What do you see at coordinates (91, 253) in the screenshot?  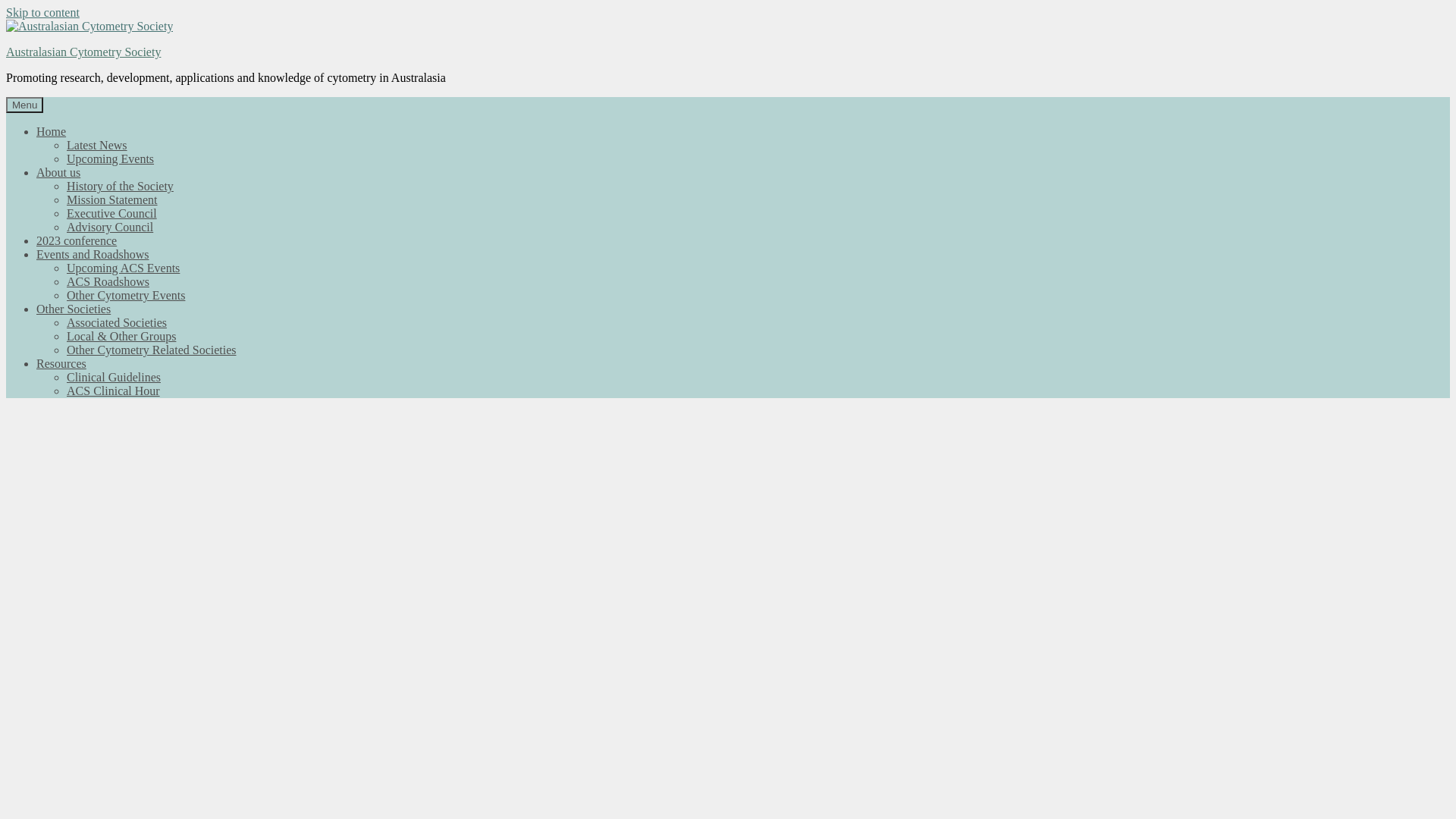 I see `'Events and Roadshows'` at bounding box center [91, 253].